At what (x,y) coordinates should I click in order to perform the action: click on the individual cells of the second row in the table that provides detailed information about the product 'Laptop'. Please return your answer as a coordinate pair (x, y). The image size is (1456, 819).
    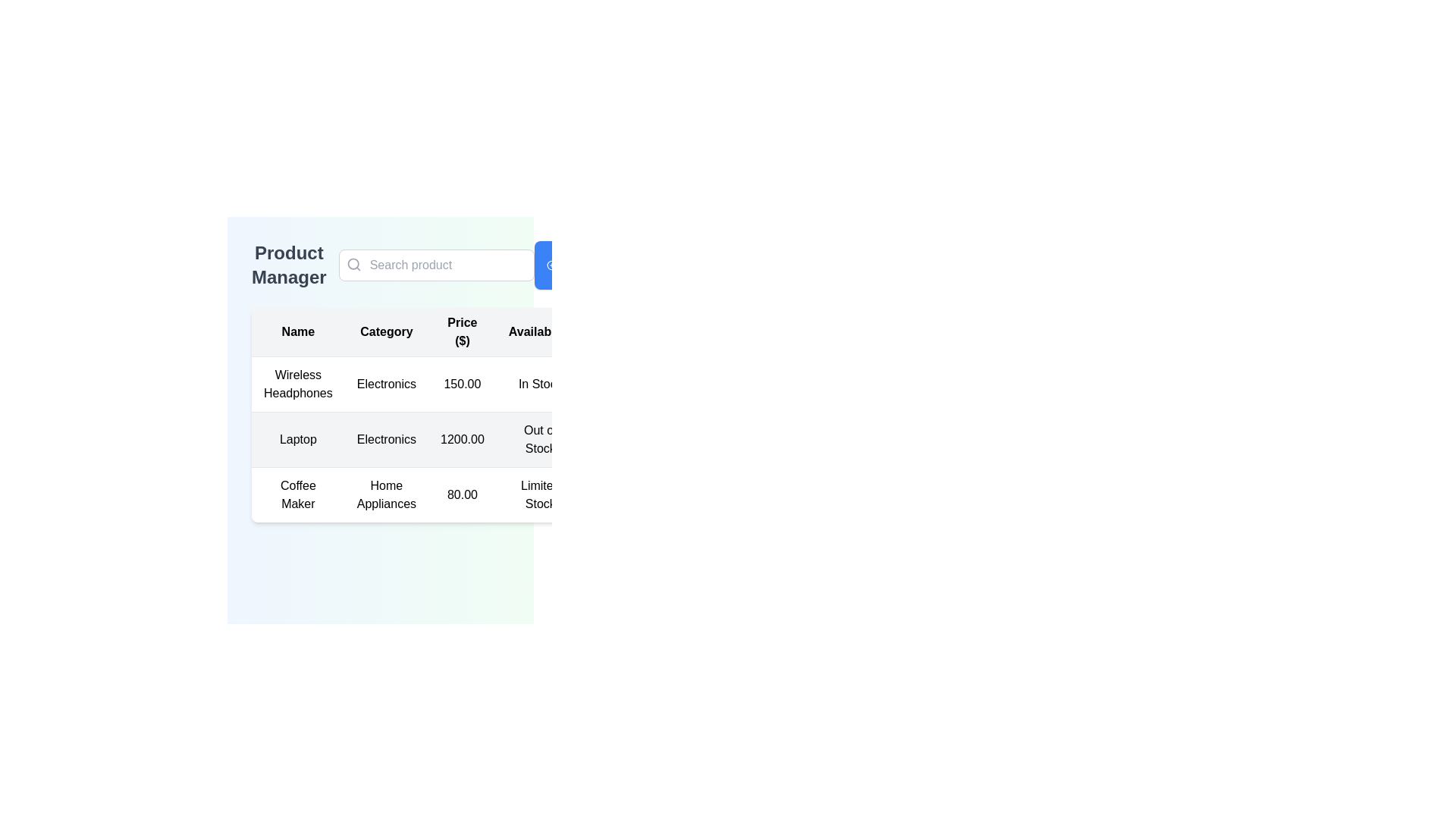
    Looking at the image, I should click on (460, 439).